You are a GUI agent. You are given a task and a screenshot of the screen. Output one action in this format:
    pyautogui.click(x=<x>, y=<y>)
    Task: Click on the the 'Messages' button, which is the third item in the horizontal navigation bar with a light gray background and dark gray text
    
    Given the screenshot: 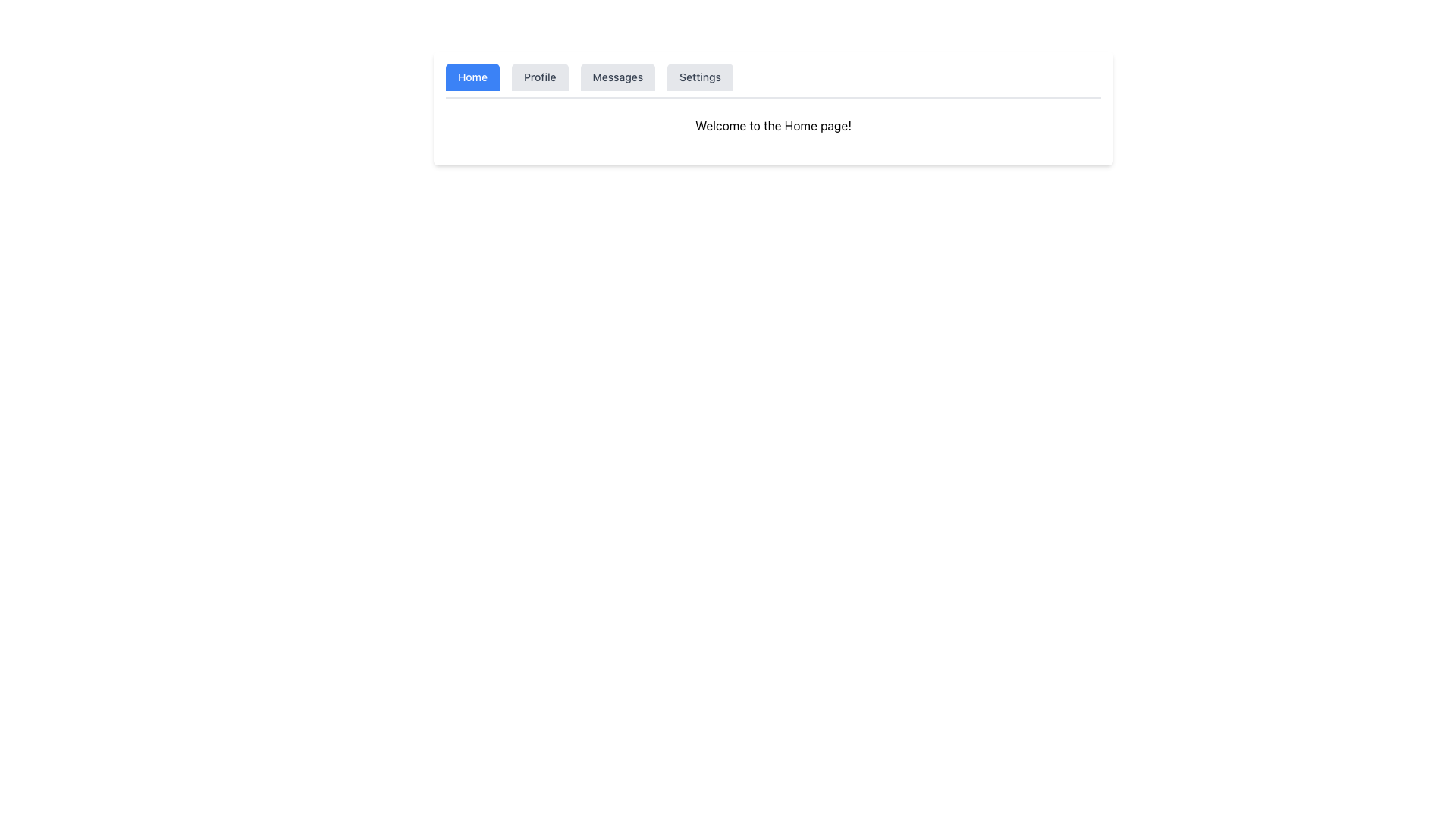 What is the action you would take?
    pyautogui.click(x=617, y=77)
    